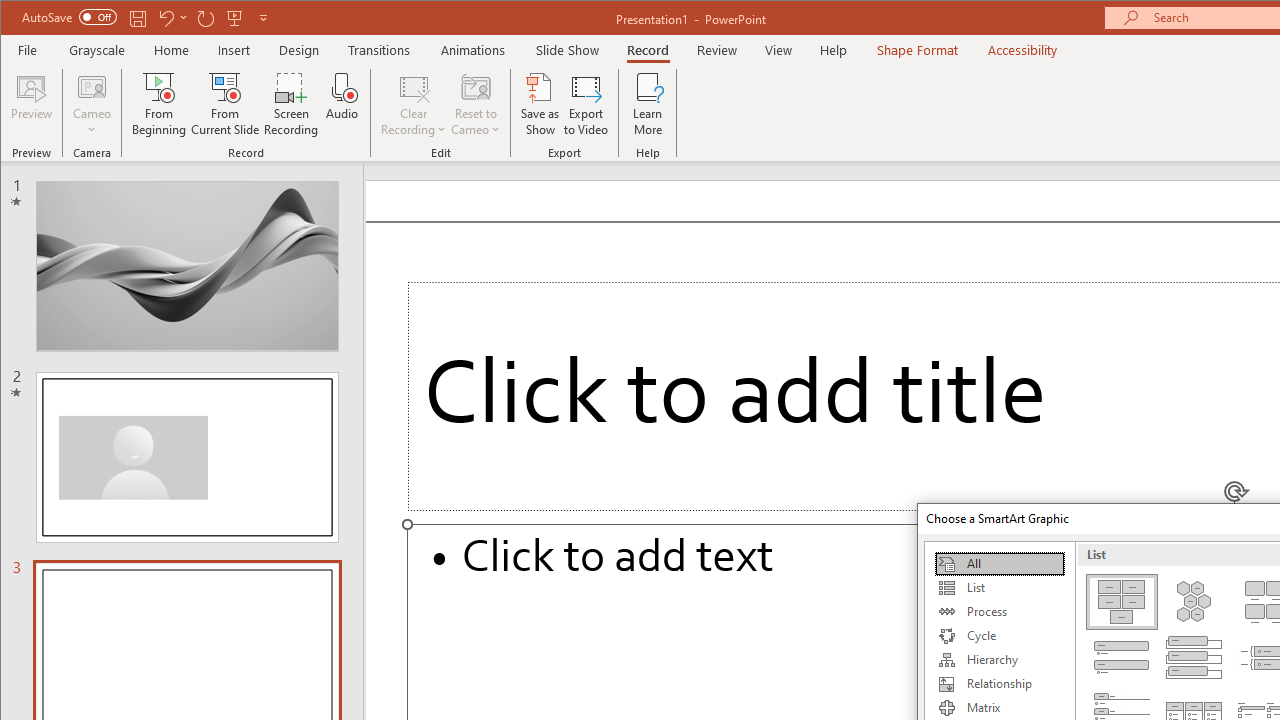 The image size is (1280, 720). I want to click on 'Cycle', so click(999, 636).